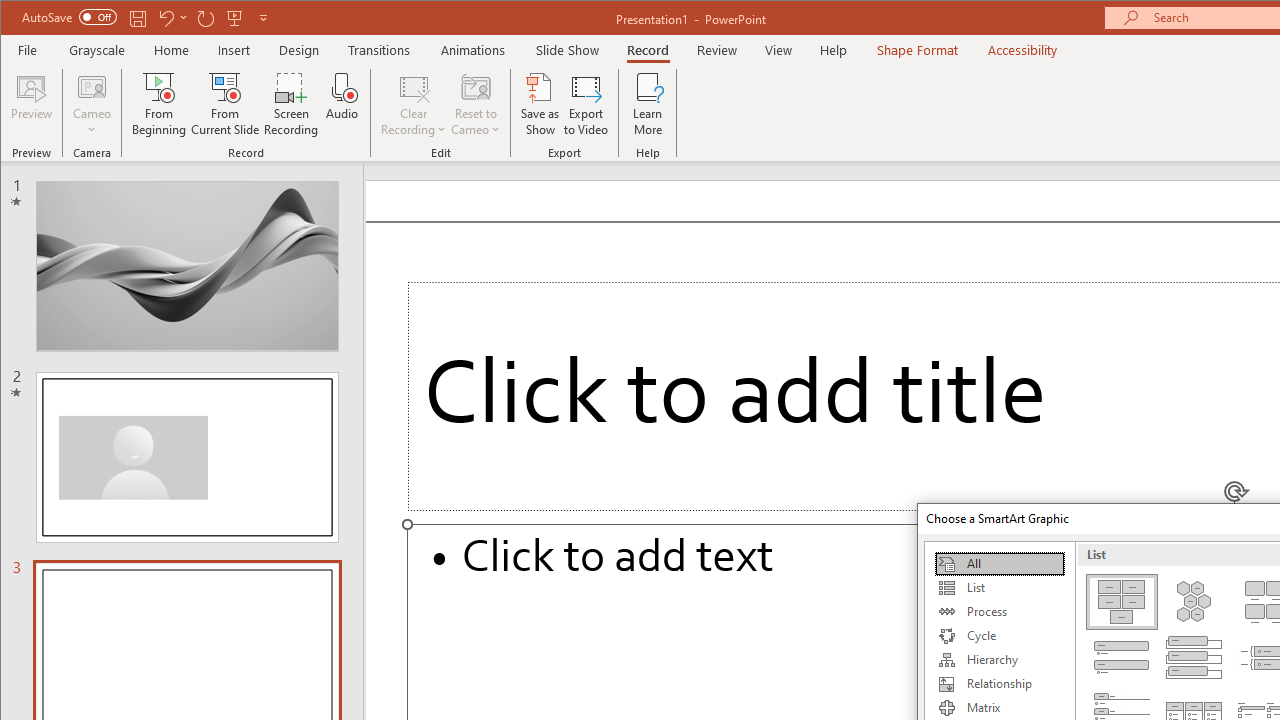 The image size is (1280, 720). I want to click on 'Cycle', so click(999, 636).